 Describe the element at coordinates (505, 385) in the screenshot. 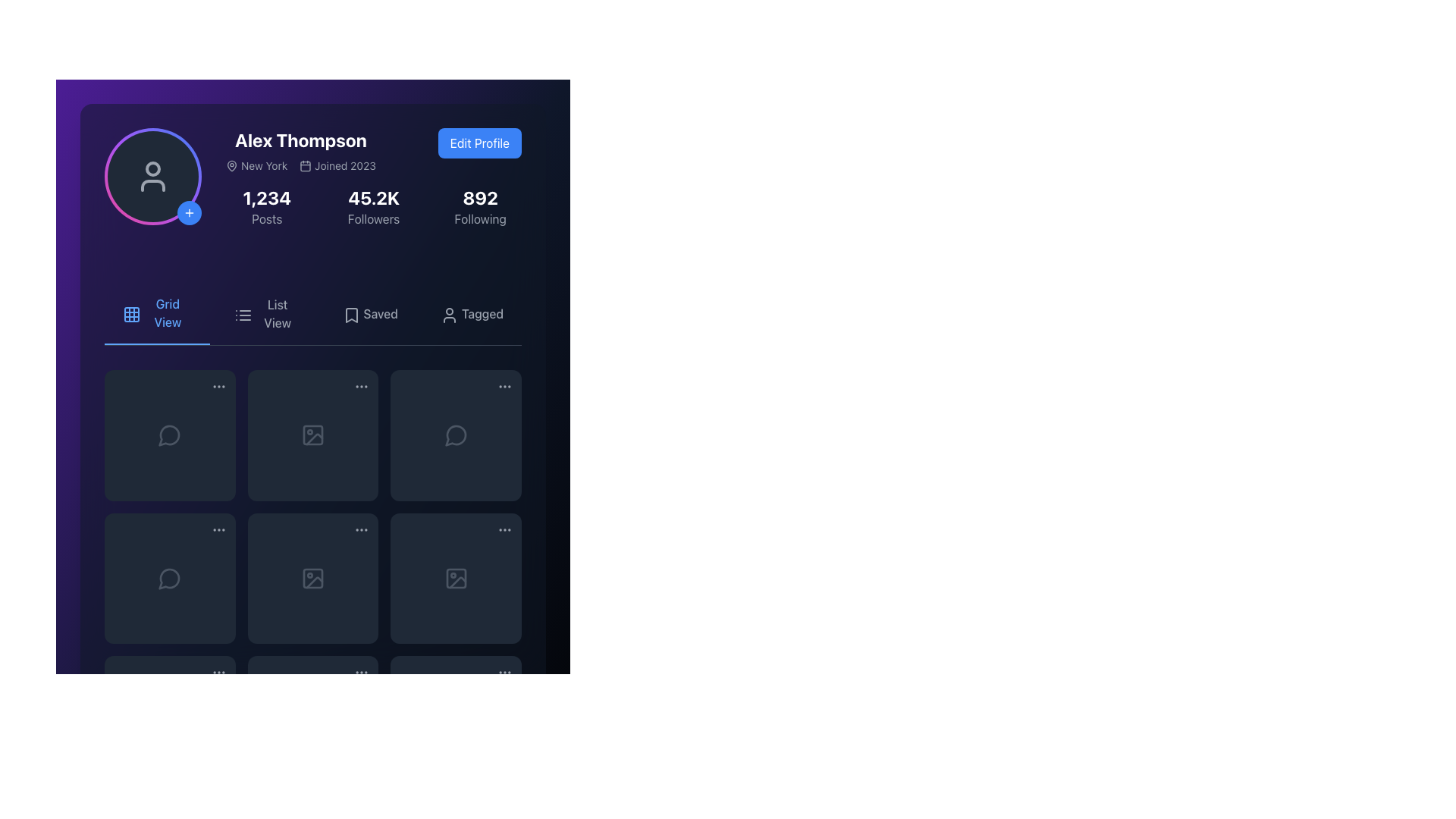

I see `the button located in the top-right corner of the grid cell` at that location.